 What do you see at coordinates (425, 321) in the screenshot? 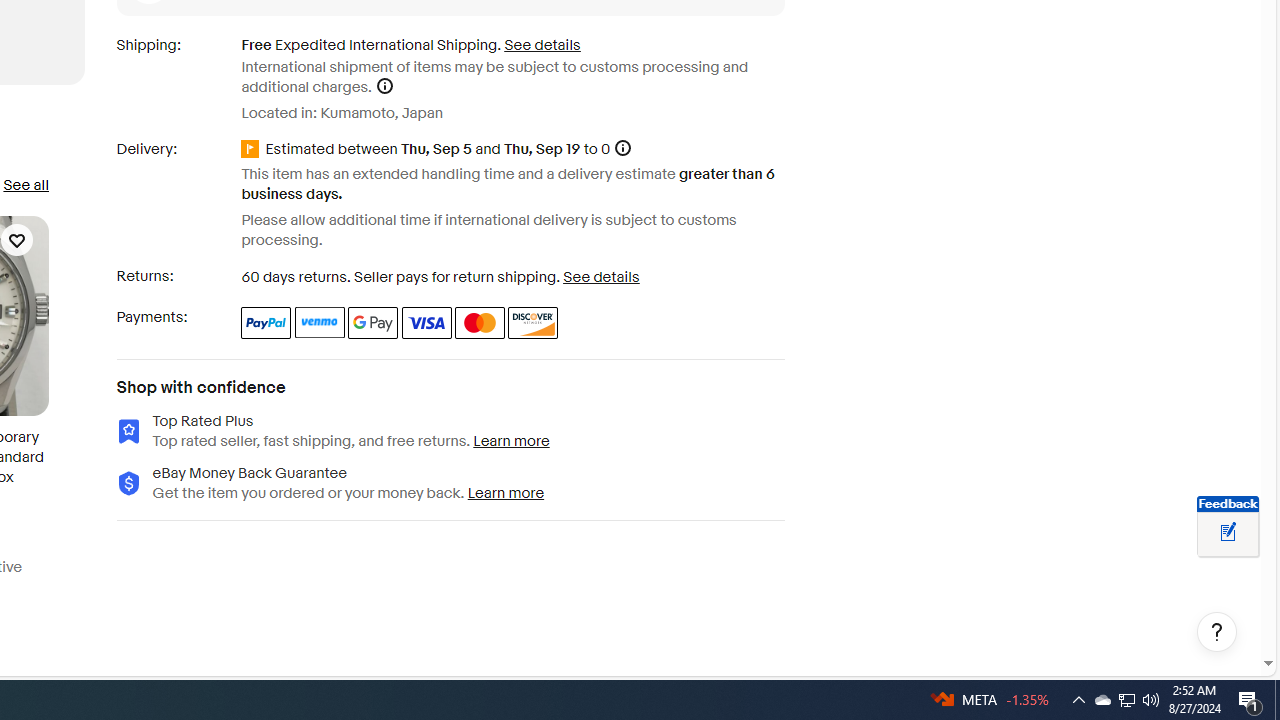
I see `'Visa'` at bounding box center [425, 321].